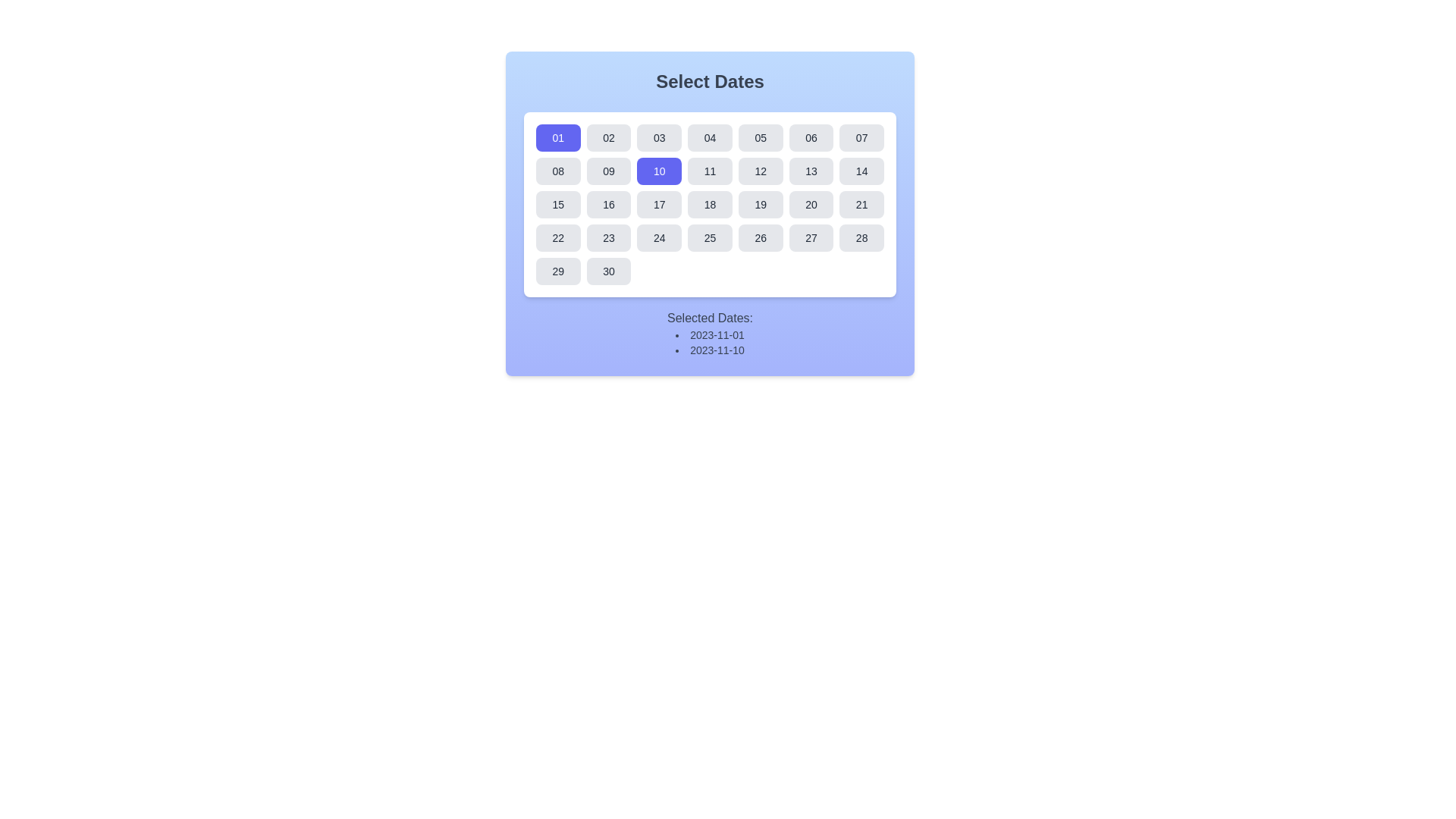  Describe the element at coordinates (709, 137) in the screenshot. I see `the button representing the date '04' in the calendar interface` at that location.